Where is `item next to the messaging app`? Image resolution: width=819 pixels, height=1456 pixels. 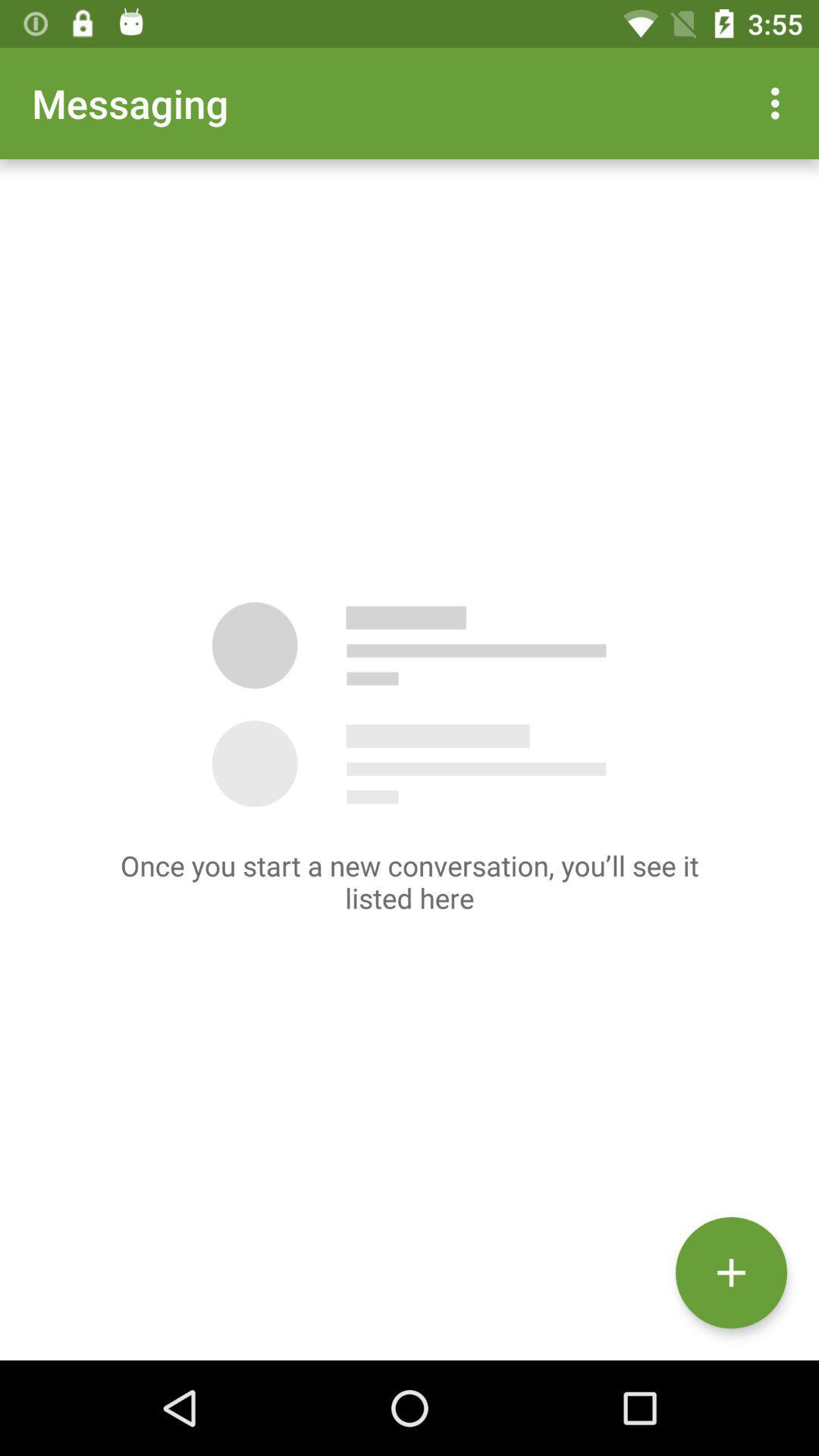 item next to the messaging app is located at coordinates (779, 102).